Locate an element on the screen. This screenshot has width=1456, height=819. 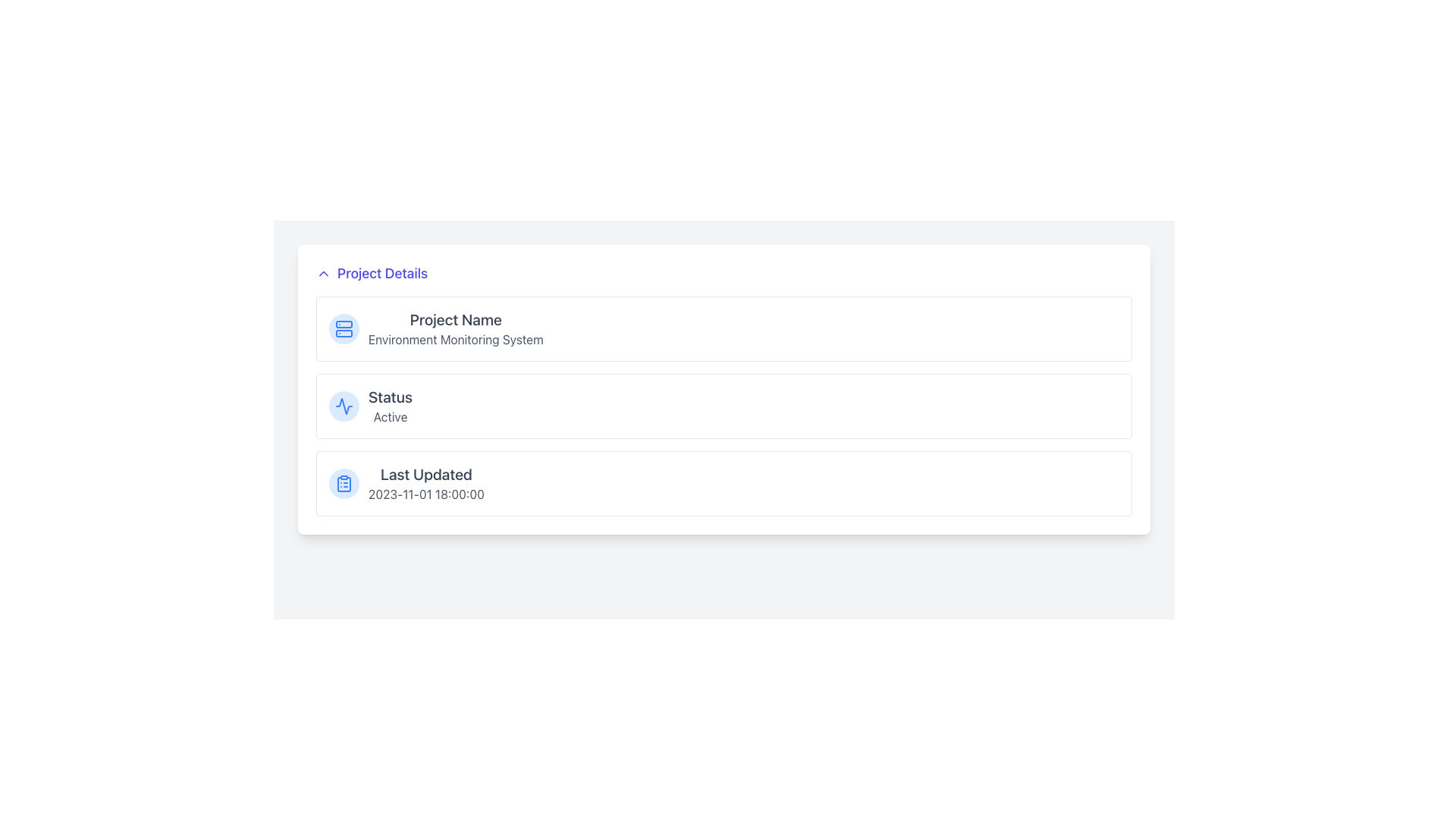
the Information Display Block that shows the status labeled 'Status' with the current status as 'Active', located between the 'Project Name' and 'Last Updated' sections is located at coordinates (723, 406).